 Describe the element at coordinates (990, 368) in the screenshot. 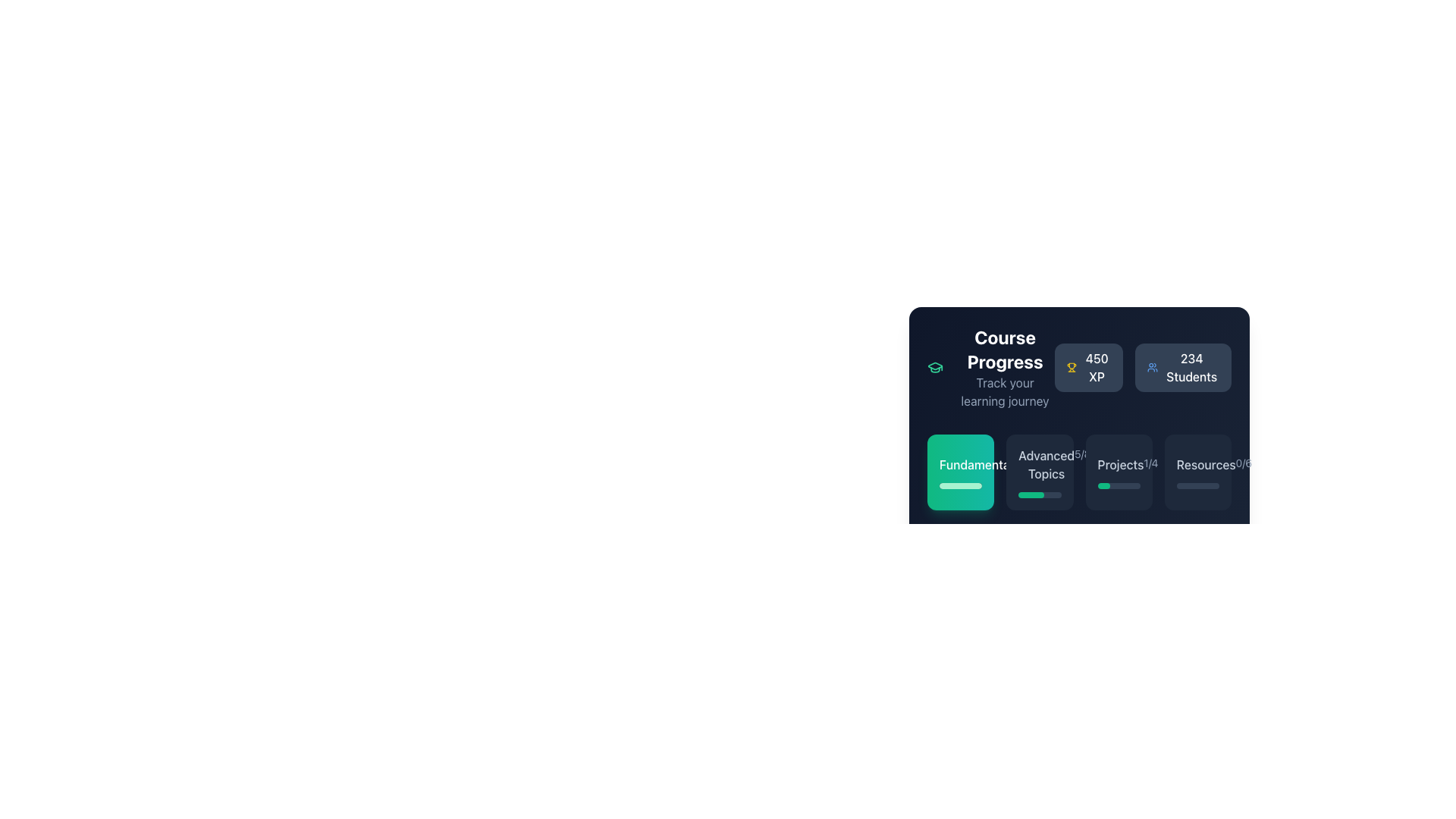

I see `information from the section header that provides an overview of the user's course progress, including the motivational subtitle` at that location.